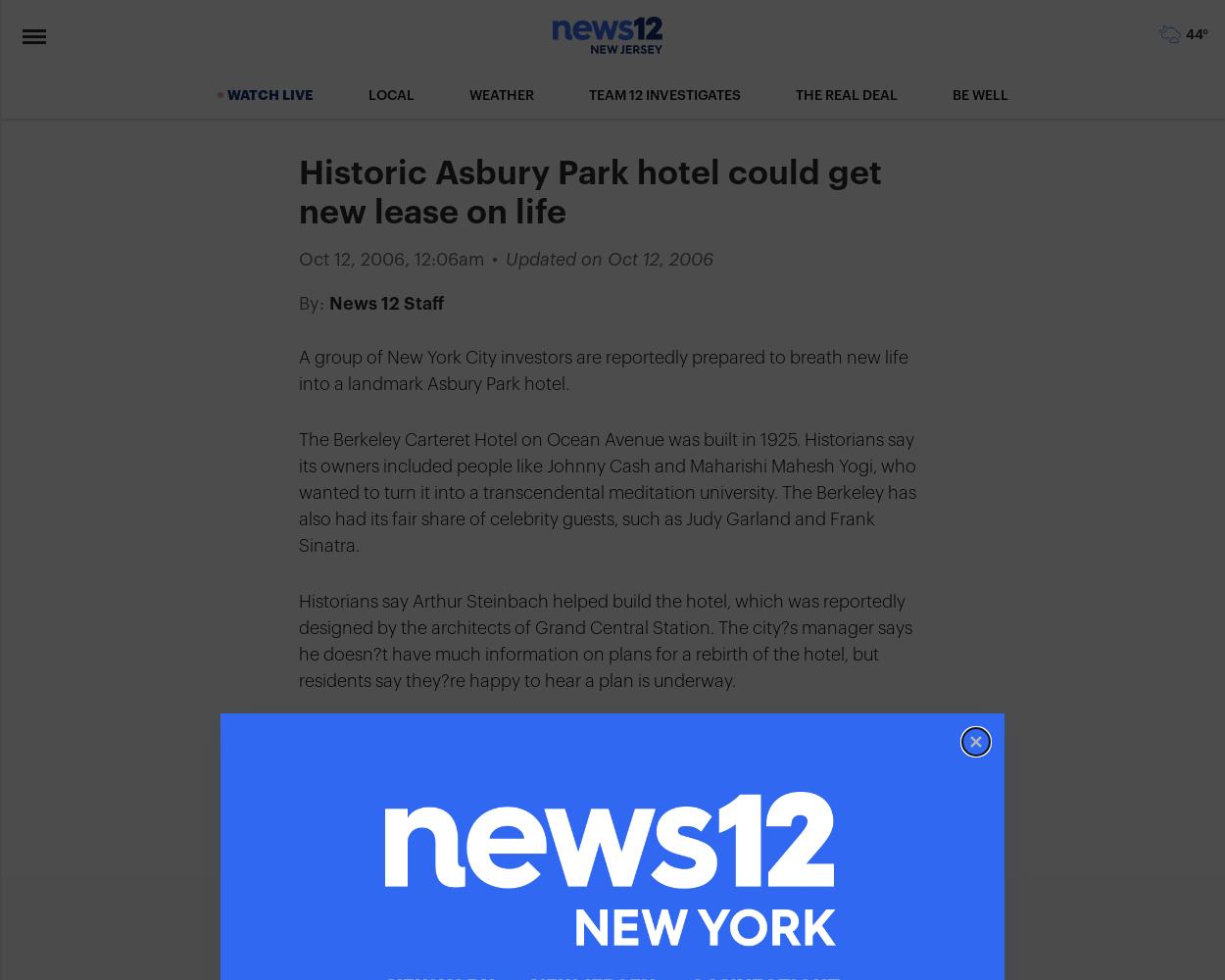 The height and width of the screenshot is (980, 1225). What do you see at coordinates (605, 641) in the screenshot?
I see `'Historians say Arthur Steinbach helped build the hotel, which was reportedly designed by the architects of Grand Central Station. The city?s manager says he doesn?t have much information on plans for a rebirth of the hotel, but residents say they?re happy to hear a plan is underway.'` at bounding box center [605, 641].